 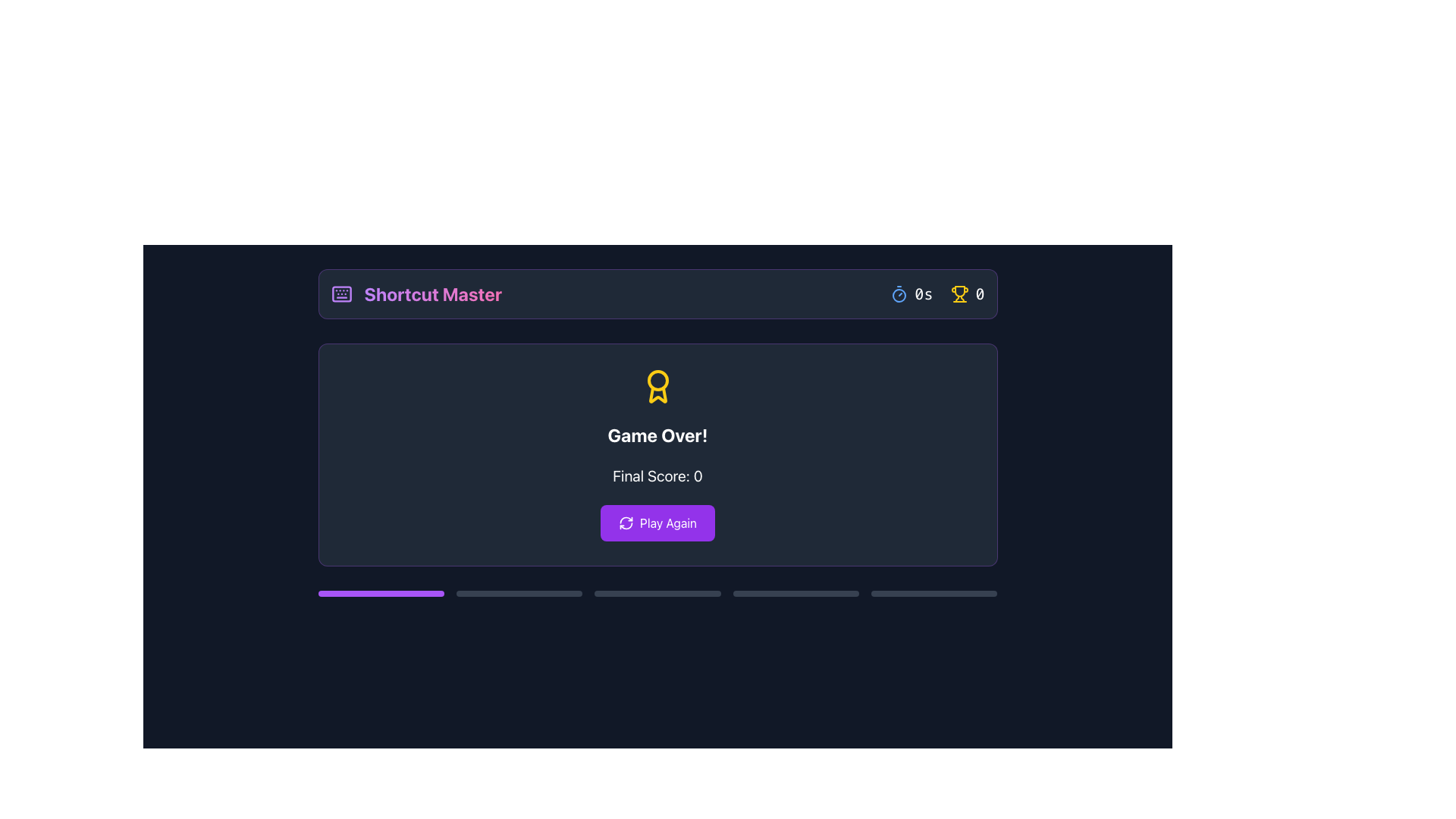 What do you see at coordinates (657, 593) in the screenshot?
I see `the third progress indicator in a row of five horizontal bars located below the primary content section` at bounding box center [657, 593].